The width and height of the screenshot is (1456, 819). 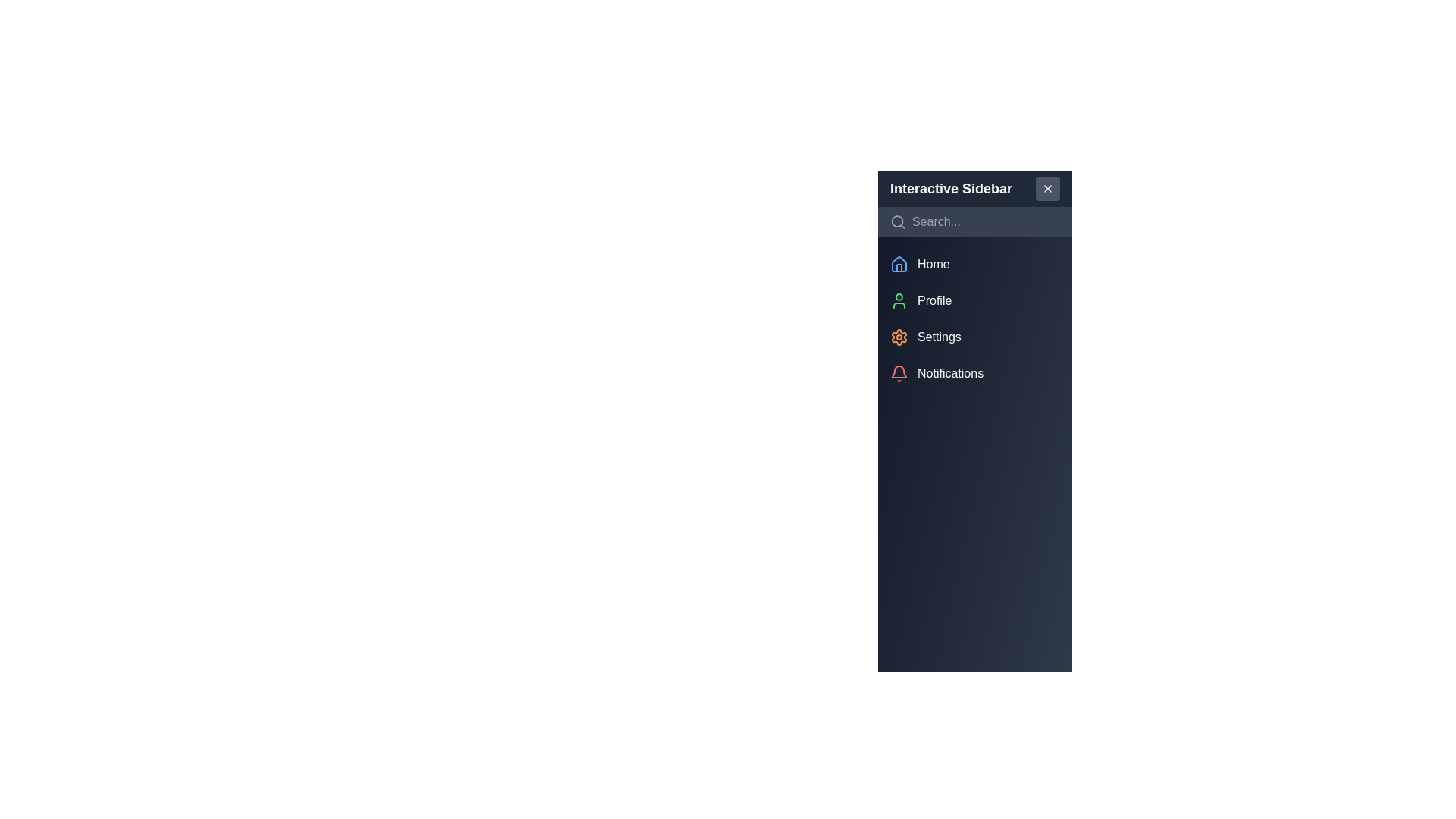 I want to click on the close button located on the far right of the 'Interactive Sidebar' header to hide the sidebar, so click(x=1047, y=188).